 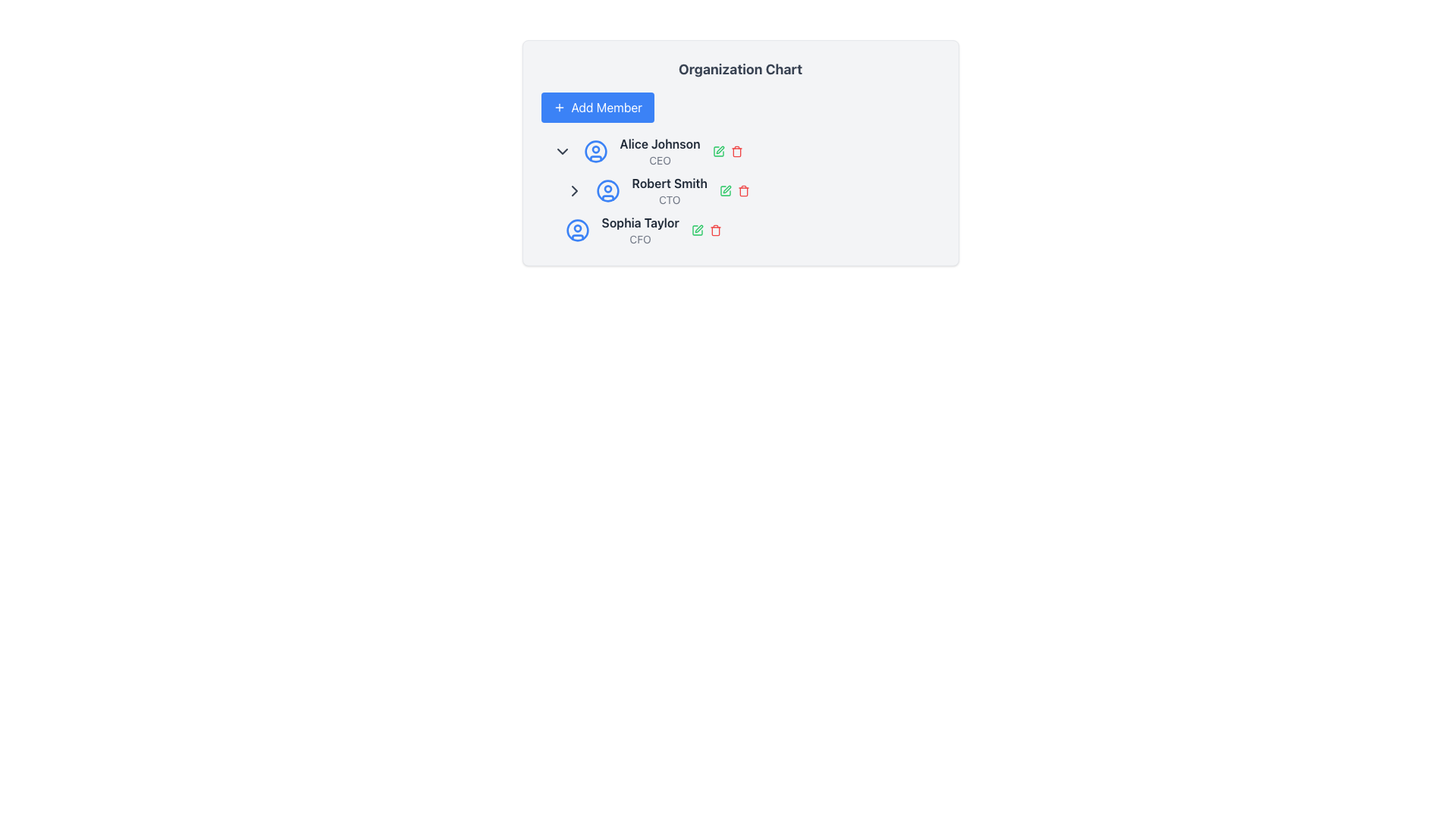 I want to click on the arrow icon to the left of 'Robert Smith' in the 'Organization Chart' interface, so click(x=573, y=190).